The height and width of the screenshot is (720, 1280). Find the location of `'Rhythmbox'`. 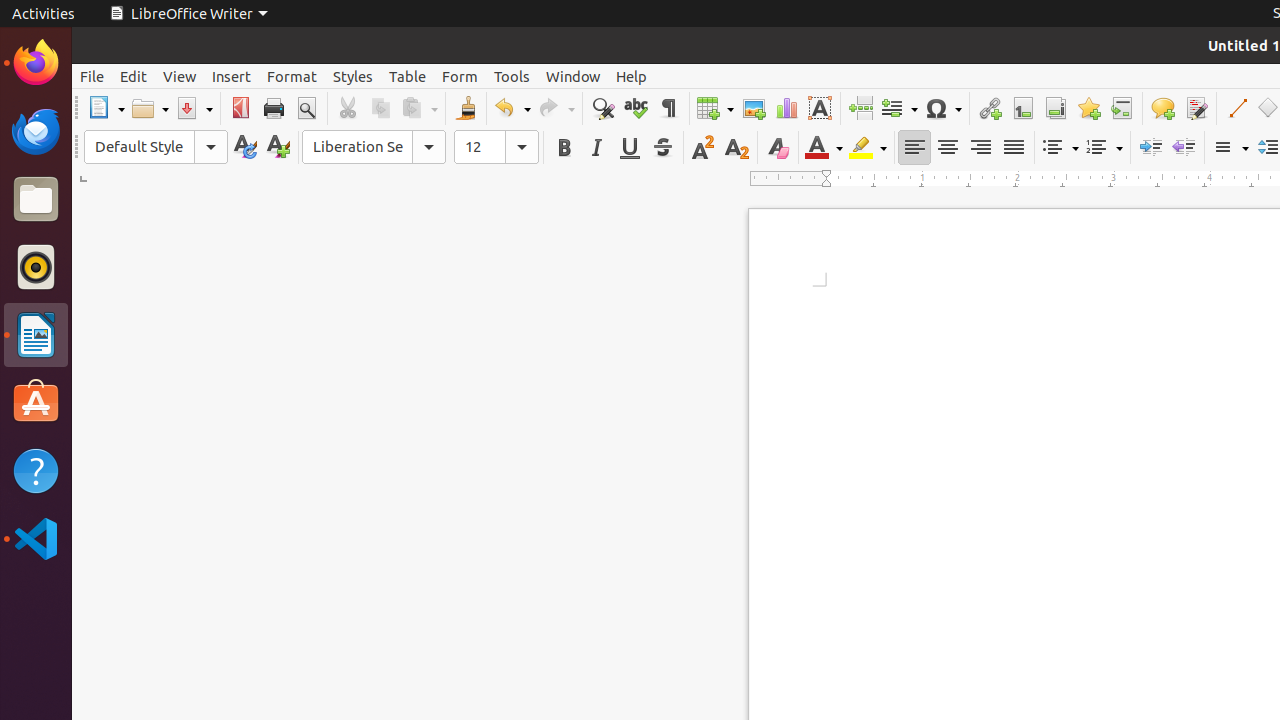

'Rhythmbox' is located at coordinates (35, 265).